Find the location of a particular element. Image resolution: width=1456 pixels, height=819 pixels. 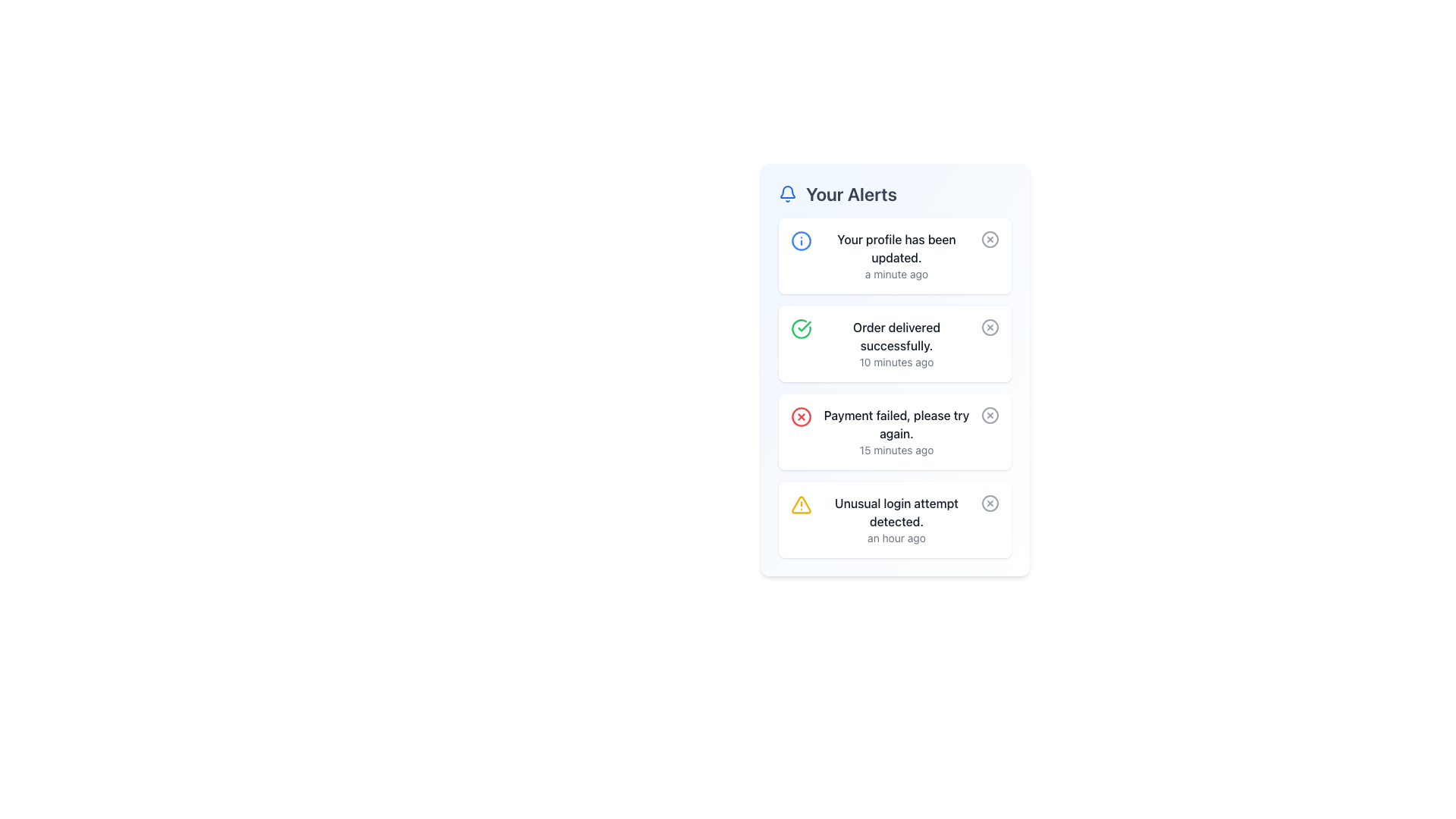

the error indicator icon located to the left of the text 'Payment failed, please try again.' in the third notification card of the notification panel is located at coordinates (800, 417).